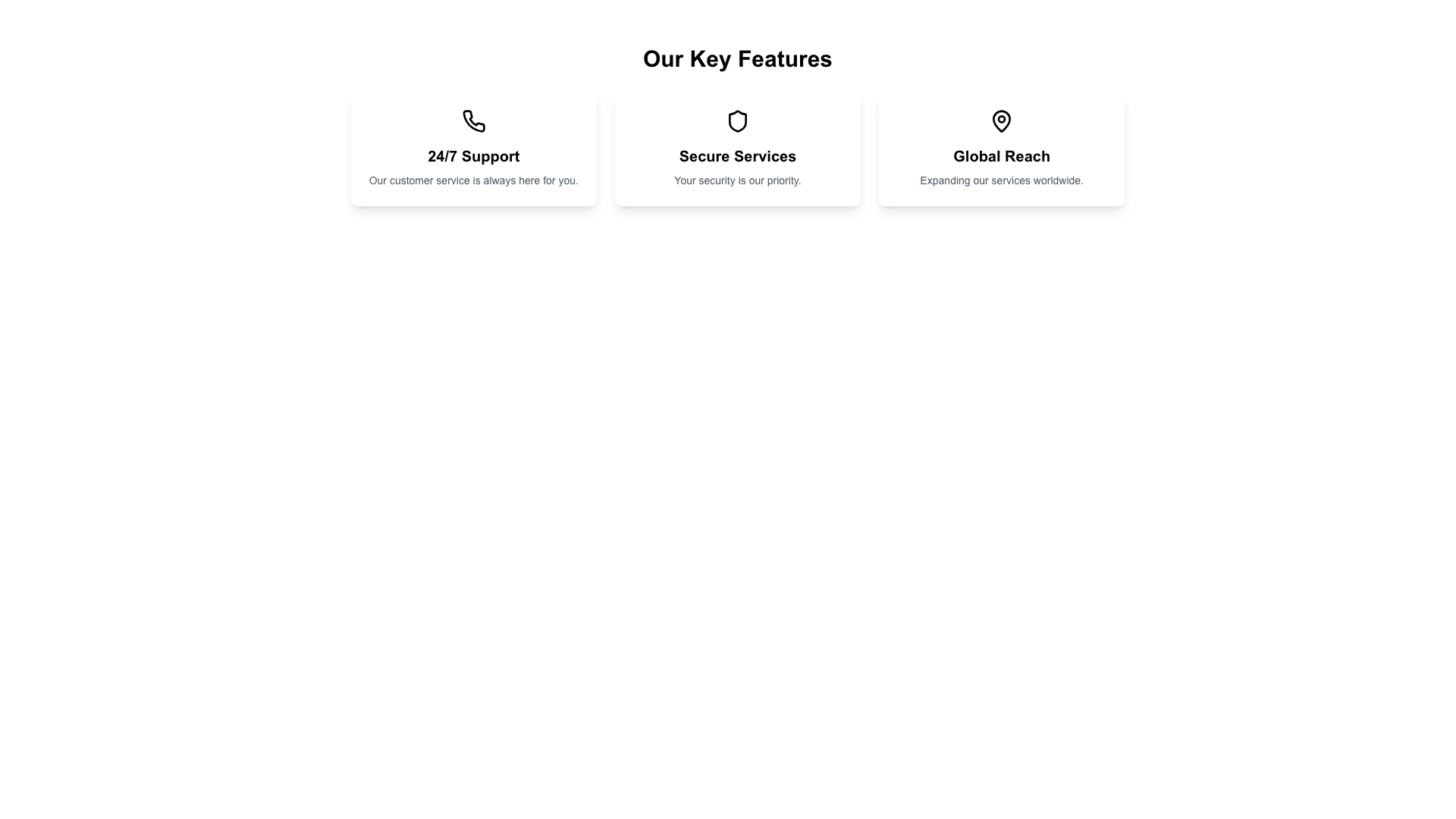 The image size is (1456, 819). What do you see at coordinates (1002, 155) in the screenshot?
I see `the label displaying 'Global Reach', which is styled in bold, black text within a card structure, located below a map pin icon and above the text 'Expanding our services worldwide.'` at bounding box center [1002, 155].